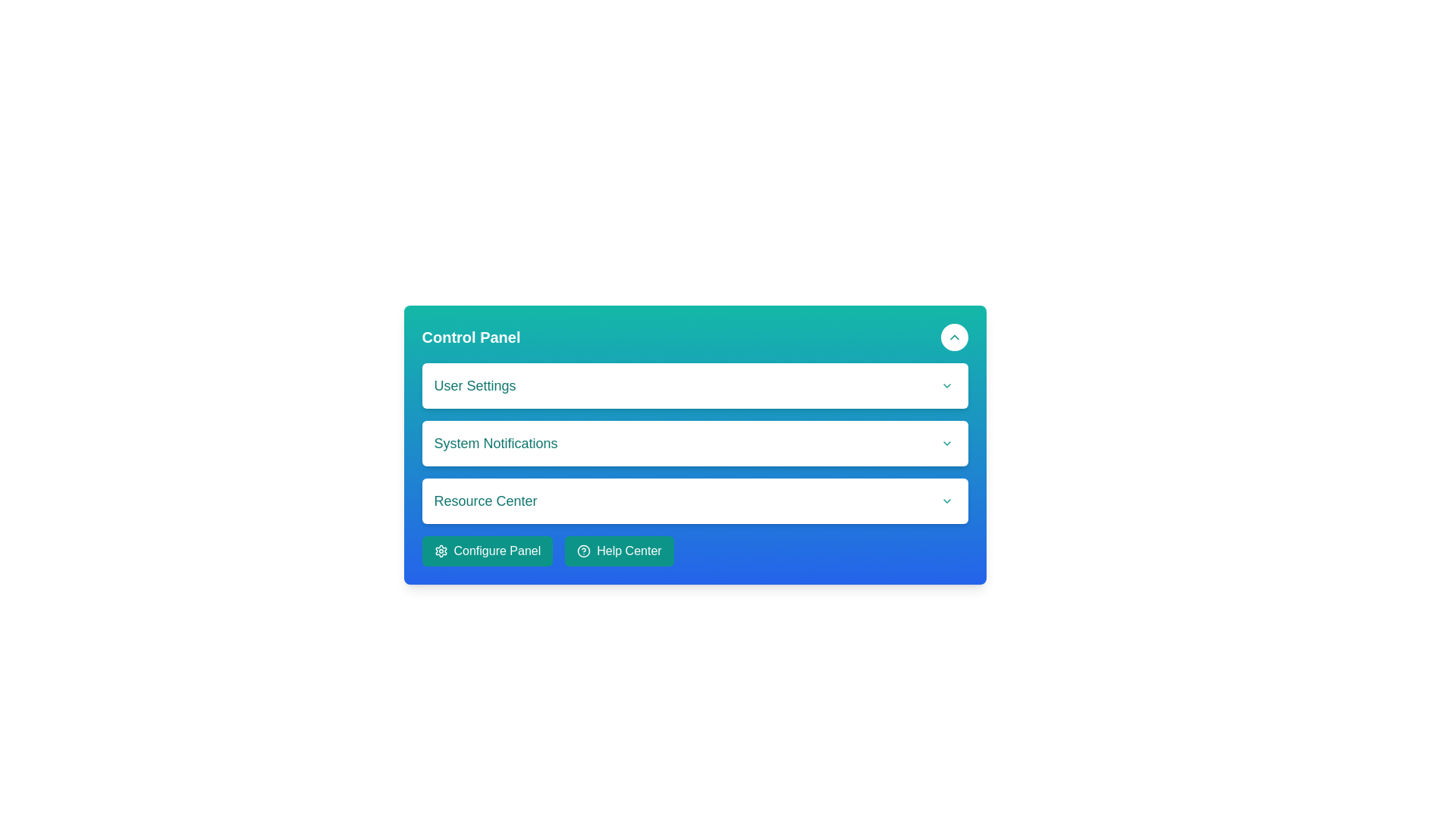 This screenshot has height=819, width=1456. Describe the element at coordinates (694, 444) in the screenshot. I see `the 'System Notifications' dropdown menu located centrally in the 'Control Panel', which is the second item below 'User Settings'` at that location.